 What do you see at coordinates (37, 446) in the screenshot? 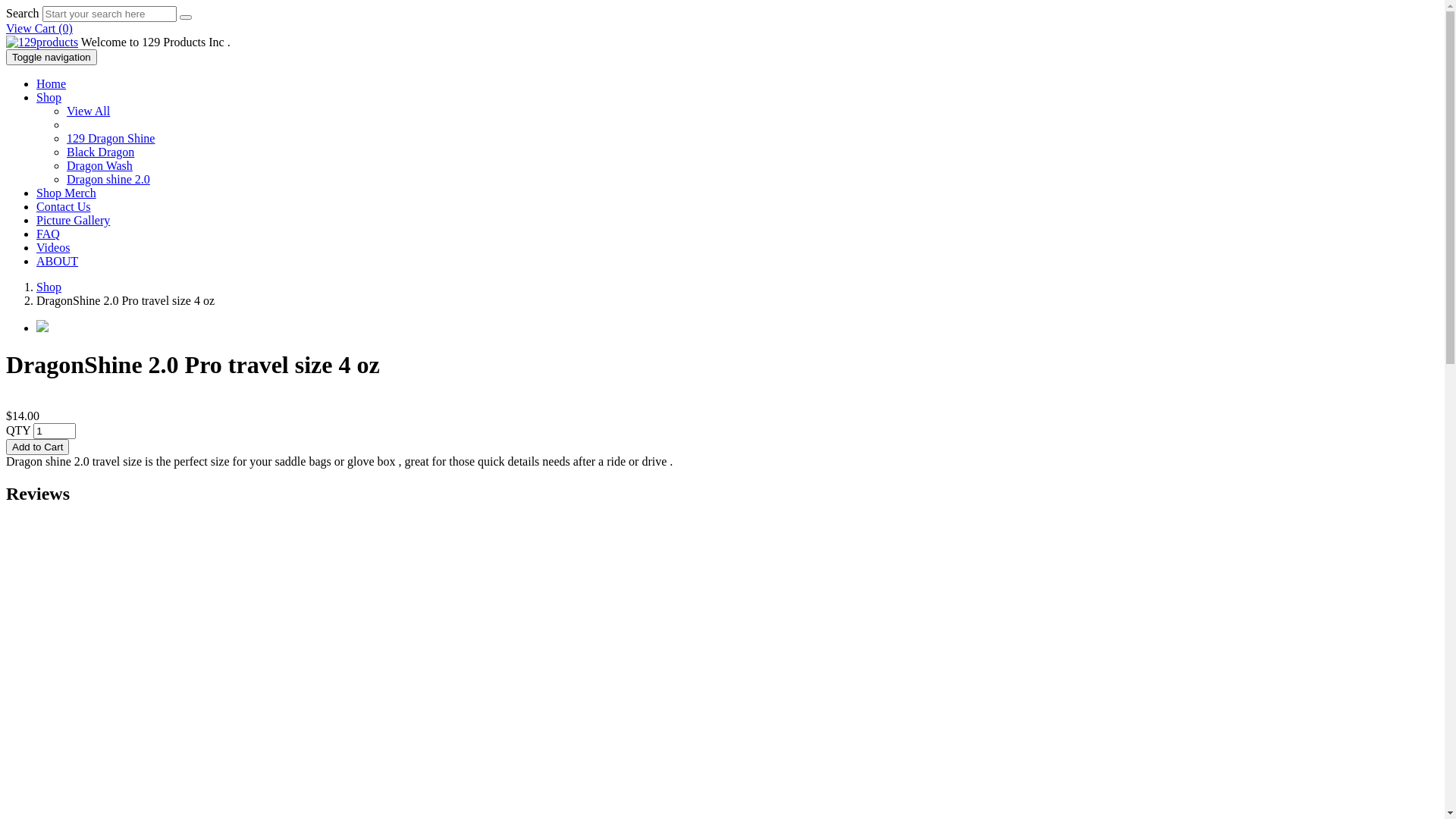
I see `'Add to Cart'` at bounding box center [37, 446].